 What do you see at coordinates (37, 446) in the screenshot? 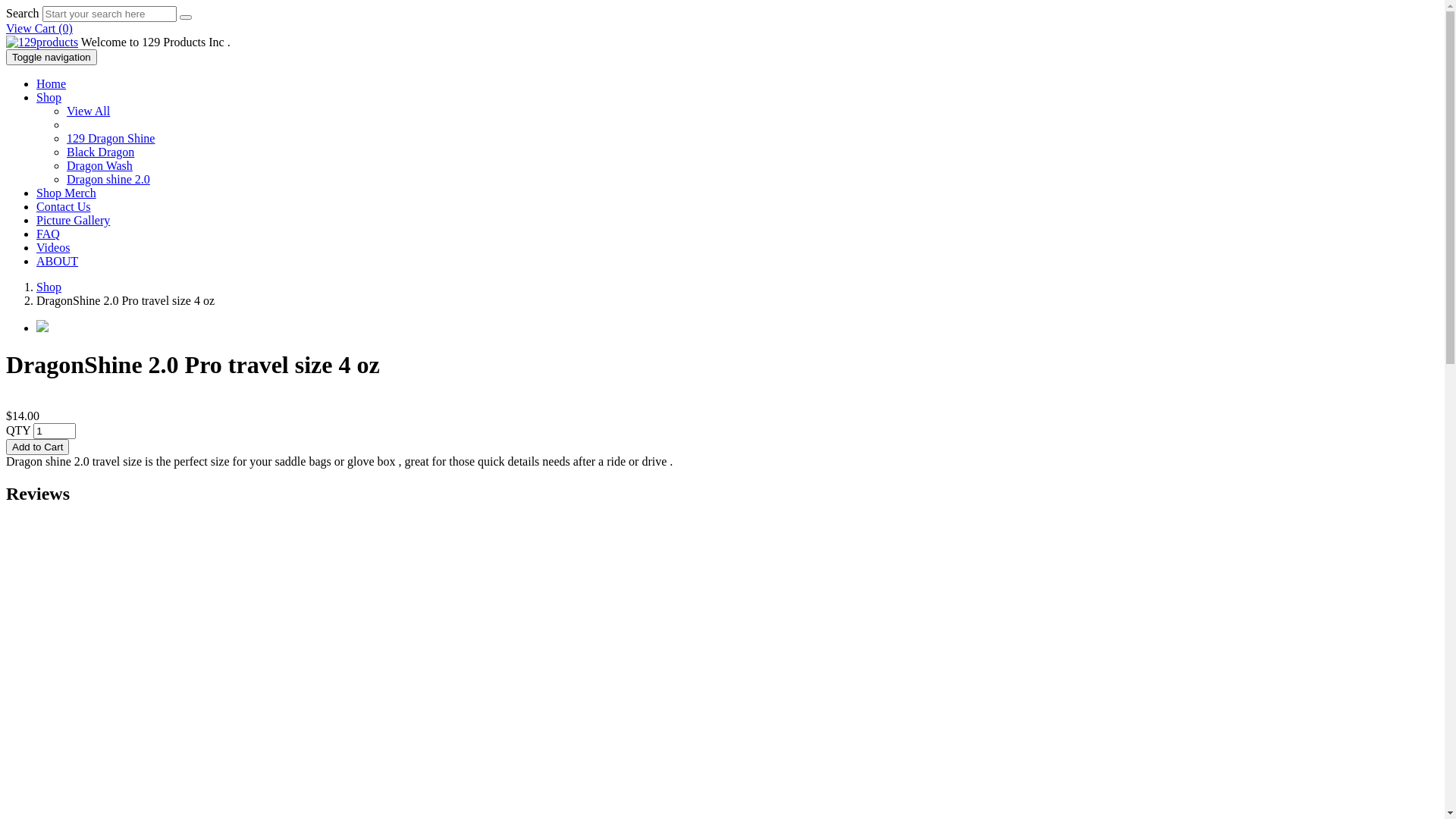
I see `'Add to Cart'` at bounding box center [37, 446].